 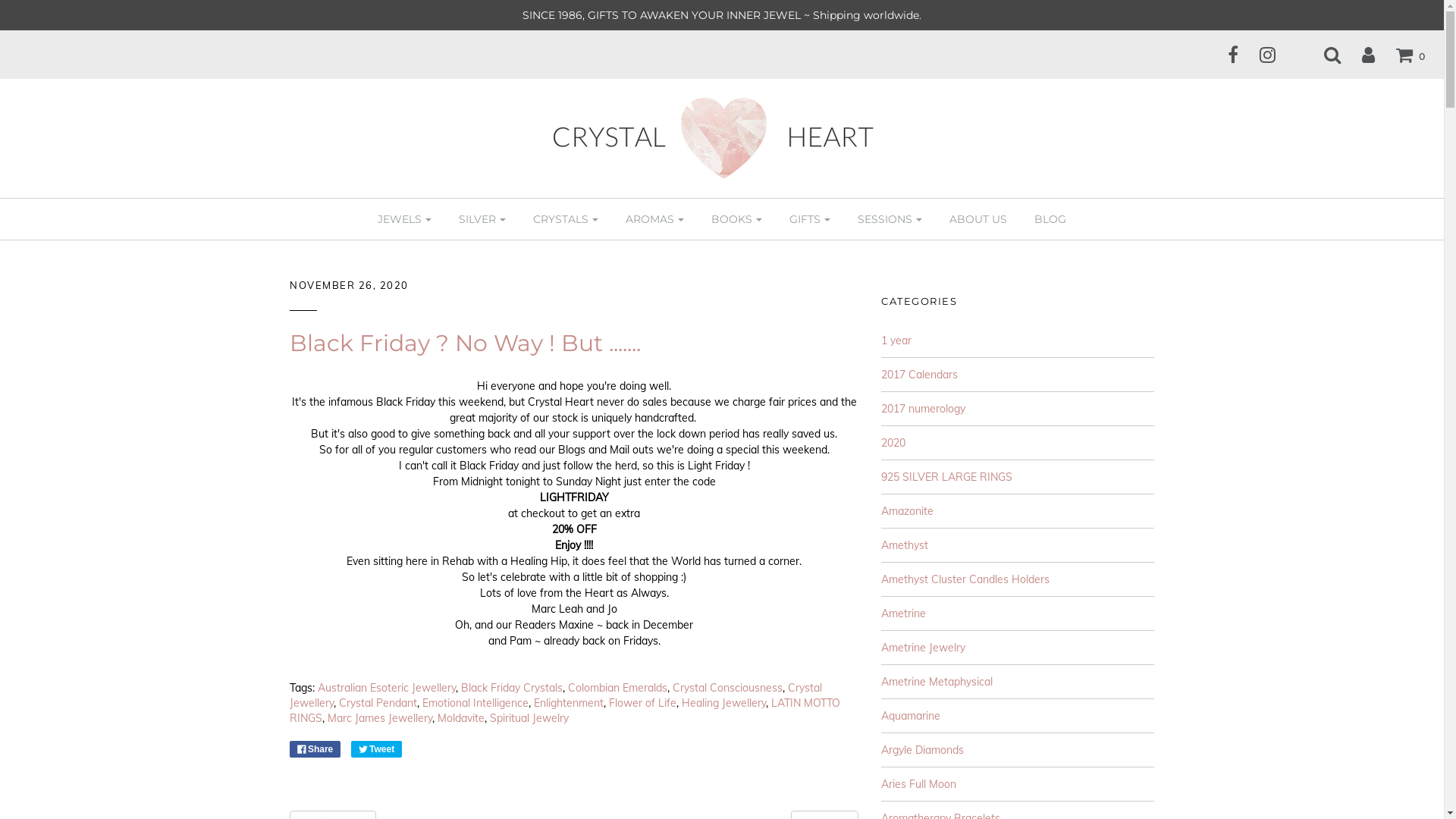 I want to click on 'GIFTS', so click(x=809, y=219).